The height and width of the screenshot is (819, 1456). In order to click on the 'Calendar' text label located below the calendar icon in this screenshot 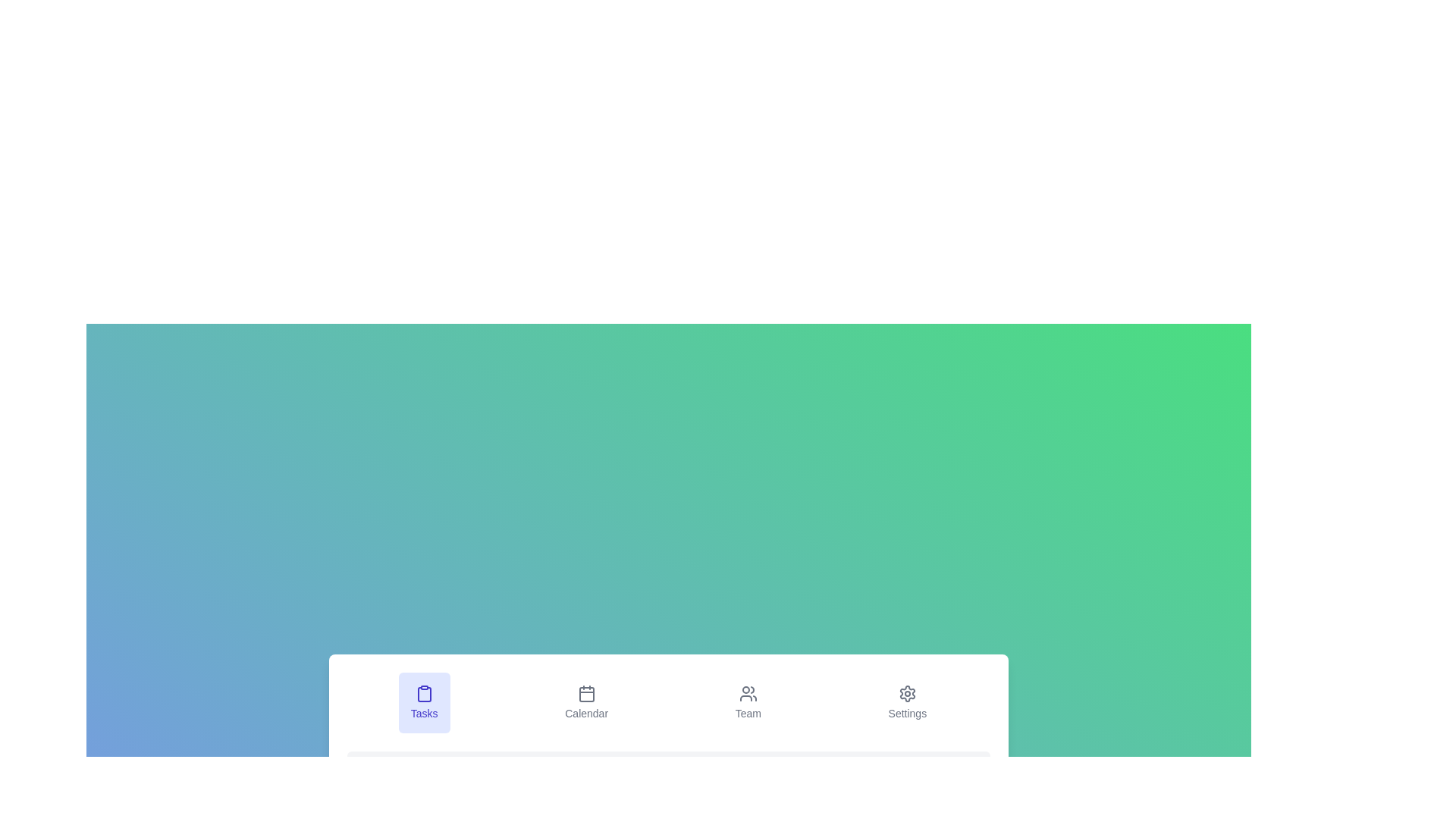, I will do `click(585, 714)`.